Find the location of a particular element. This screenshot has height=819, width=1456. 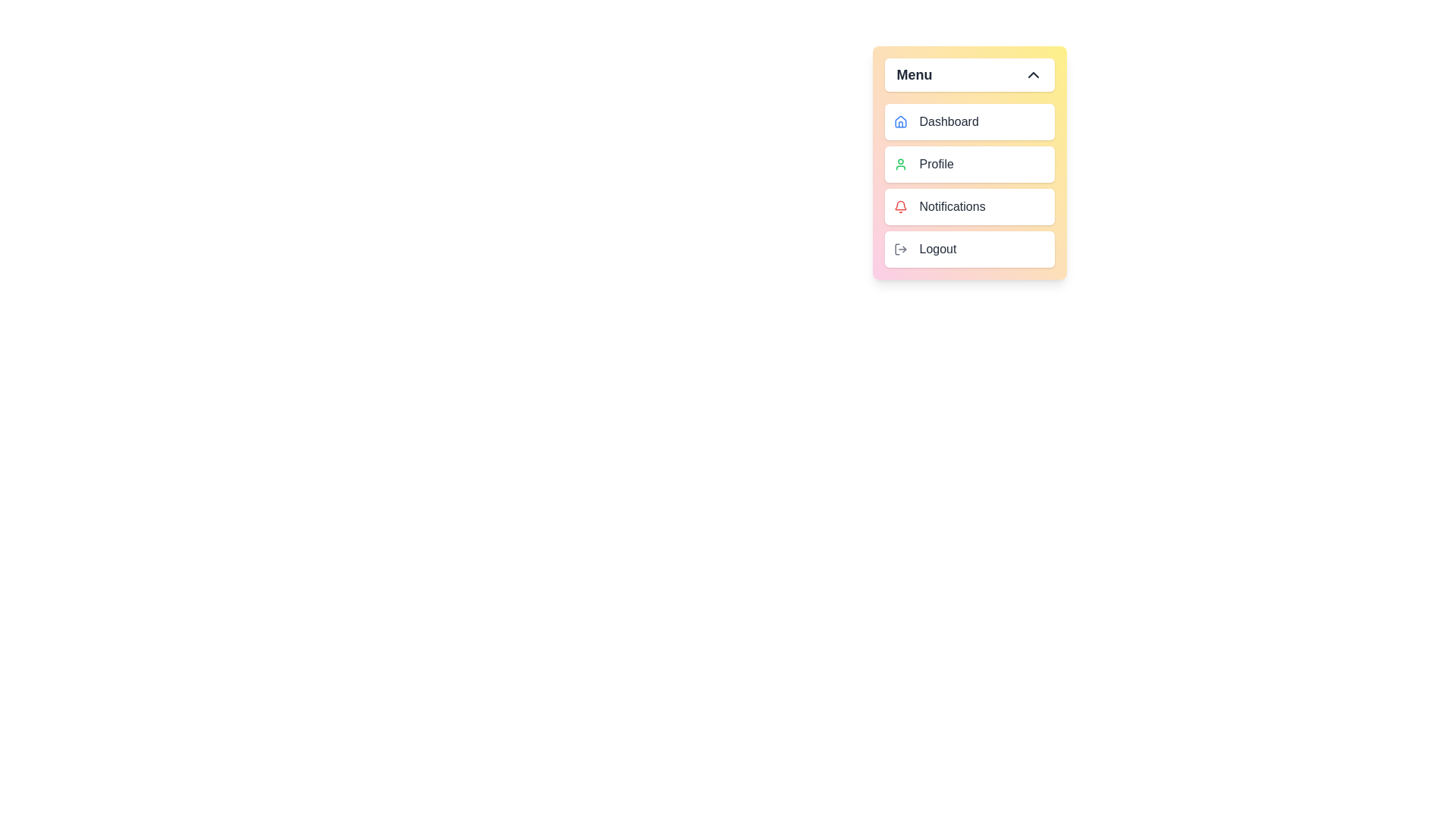

the menu item labeled Profile is located at coordinates (968, 164).